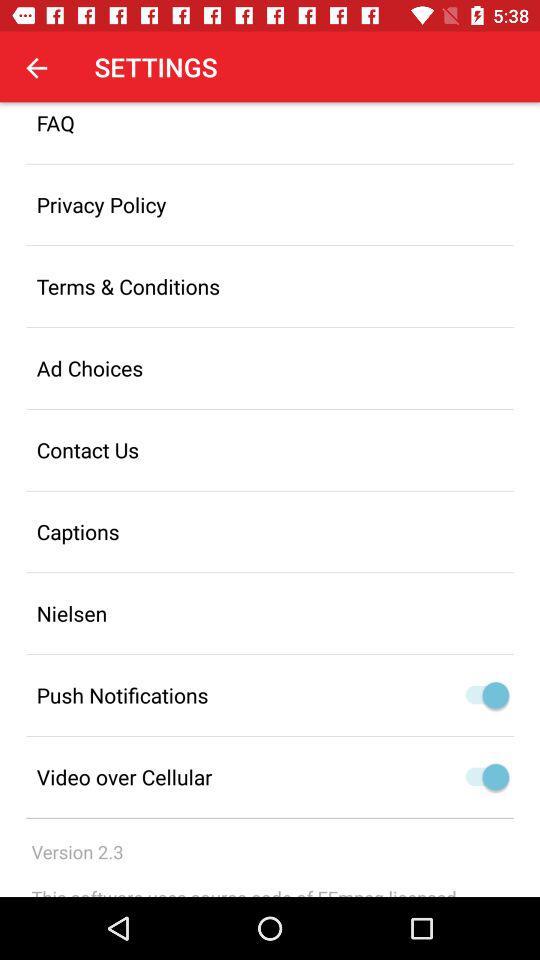 The height and width of the screenshot is (960, 540). What do you see at coordinates (36, 67) in the screenshot?
I see `the icon above the faq icon` at bounding box center [36, 67].